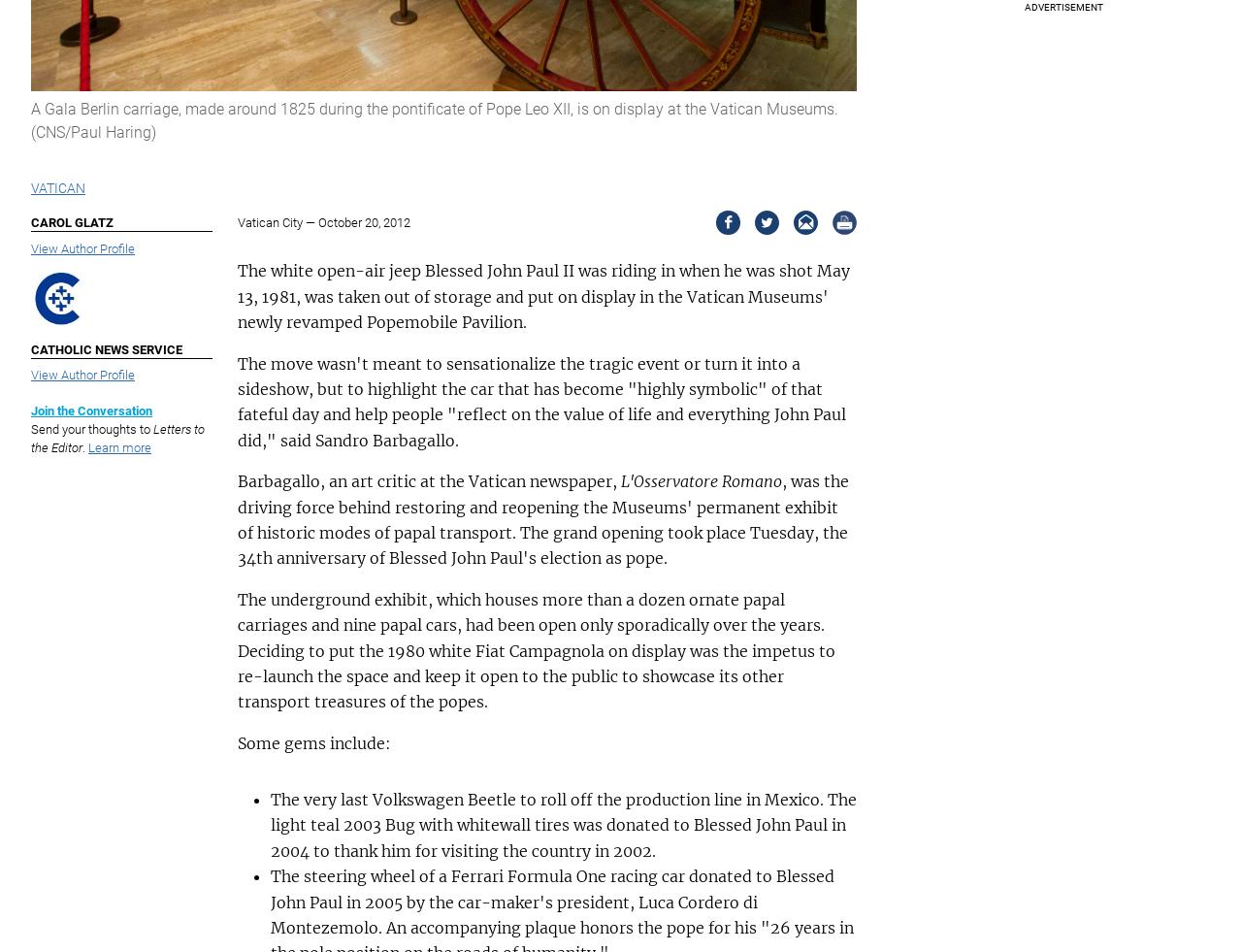 The height and width of the screenshot is (952, 1242). I want to click on 'Some gems include:', so click(312, 741).